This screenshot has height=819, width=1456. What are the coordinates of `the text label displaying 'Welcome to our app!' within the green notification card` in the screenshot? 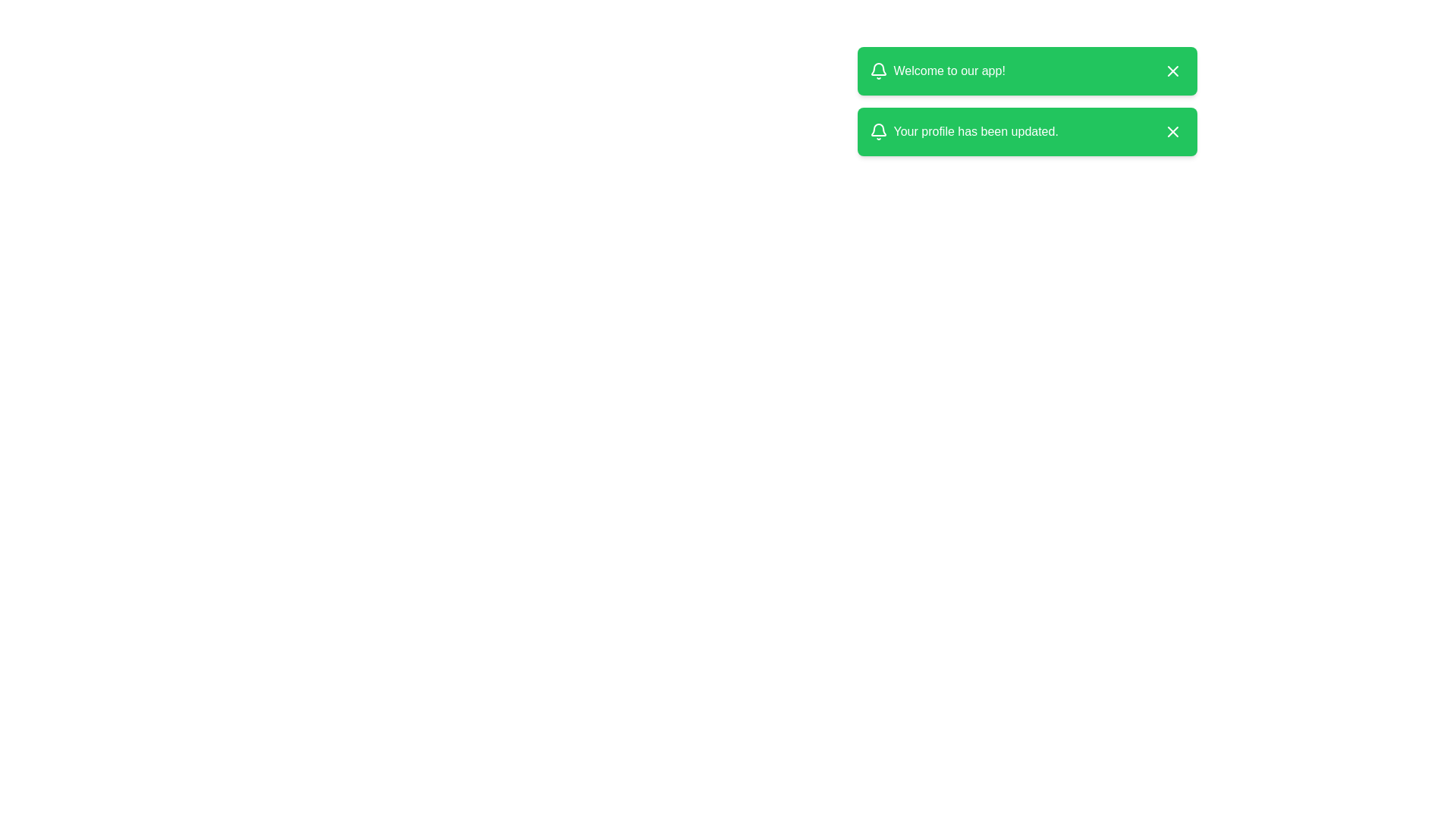 It's located at (937, 71).